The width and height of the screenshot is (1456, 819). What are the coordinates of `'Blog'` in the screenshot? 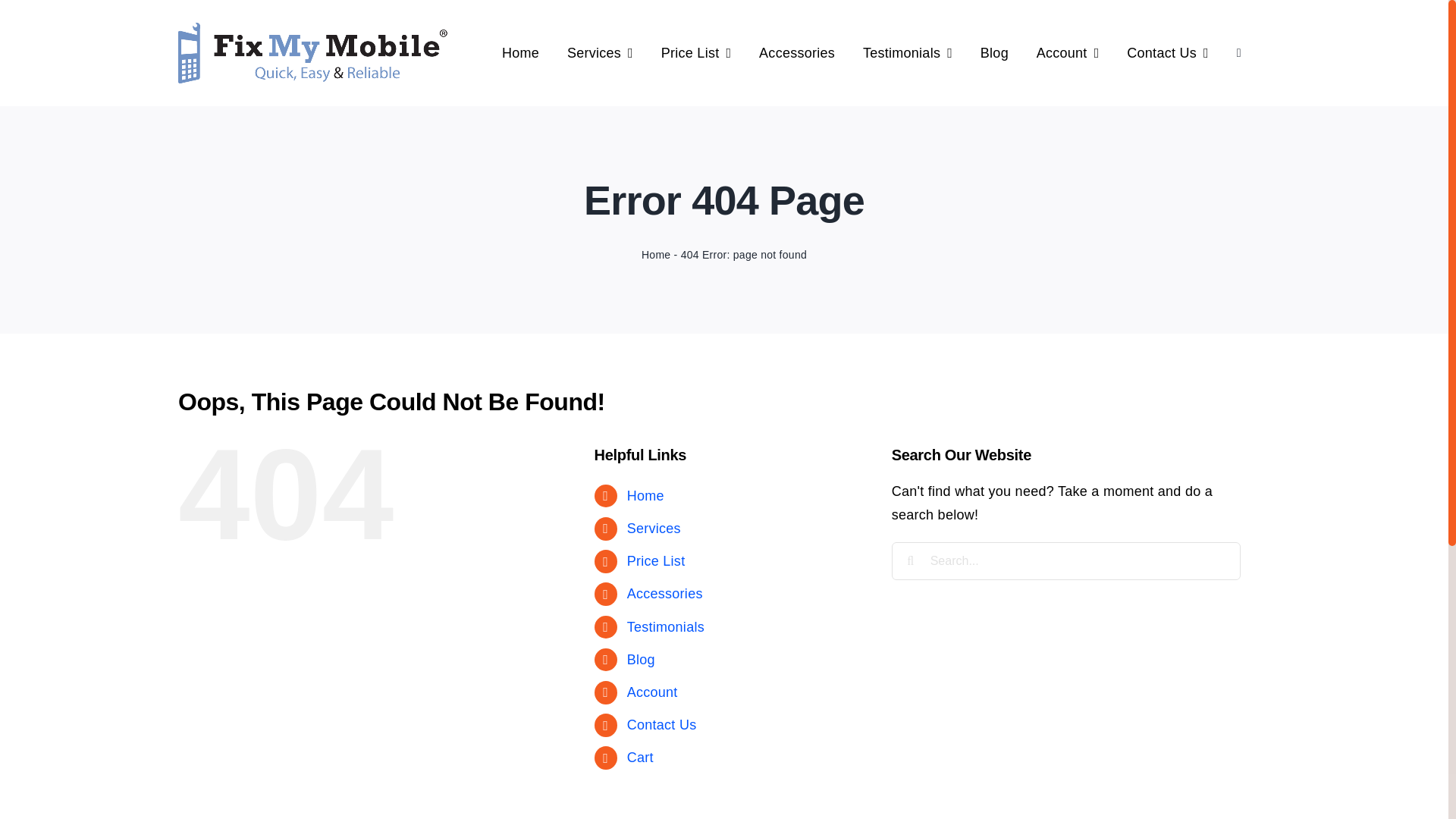 It's located at (994, 52).